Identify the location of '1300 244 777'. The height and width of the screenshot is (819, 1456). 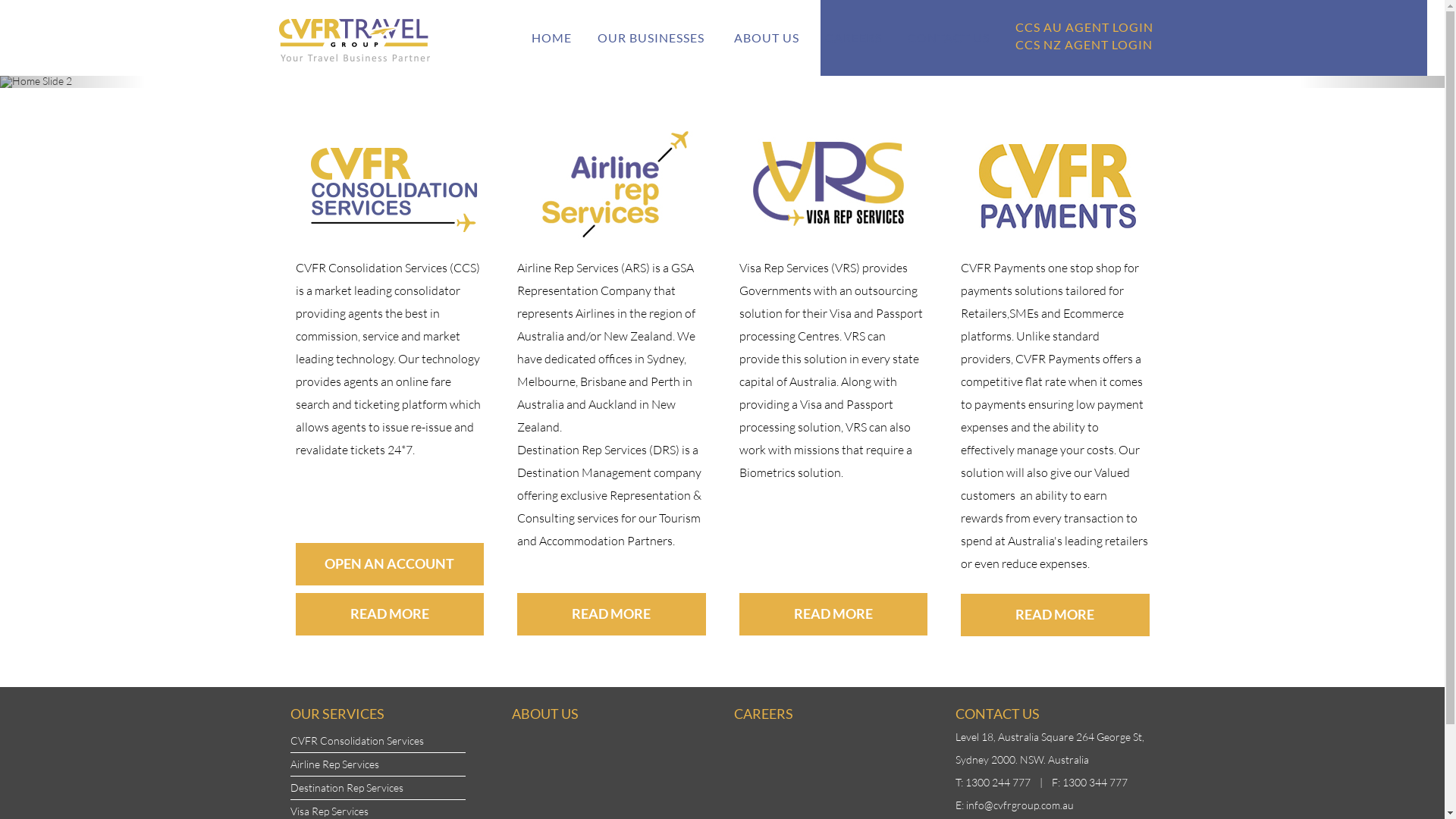
(997, 782).